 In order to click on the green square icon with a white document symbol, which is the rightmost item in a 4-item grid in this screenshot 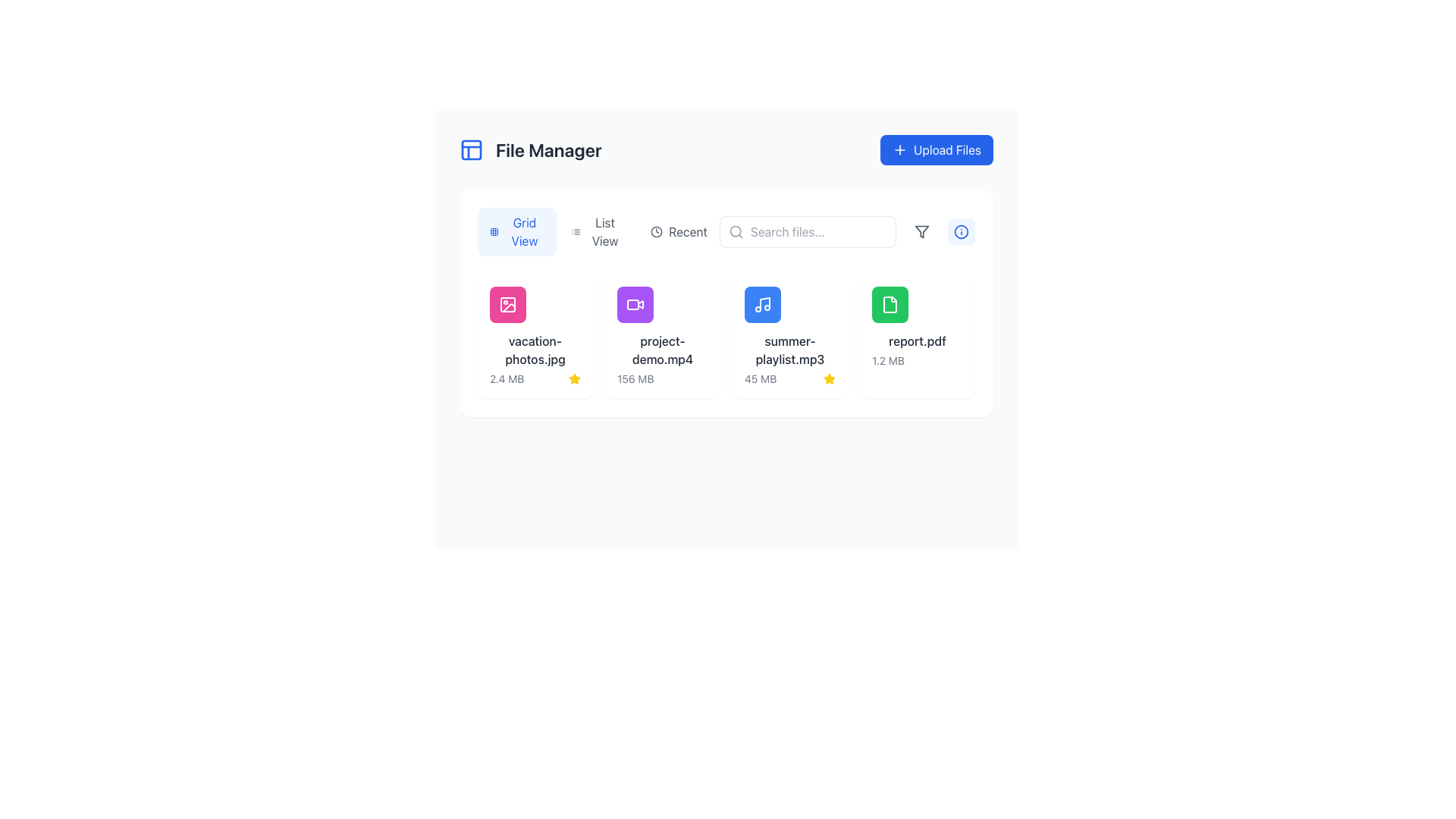, I will do `click(890, 304)`.